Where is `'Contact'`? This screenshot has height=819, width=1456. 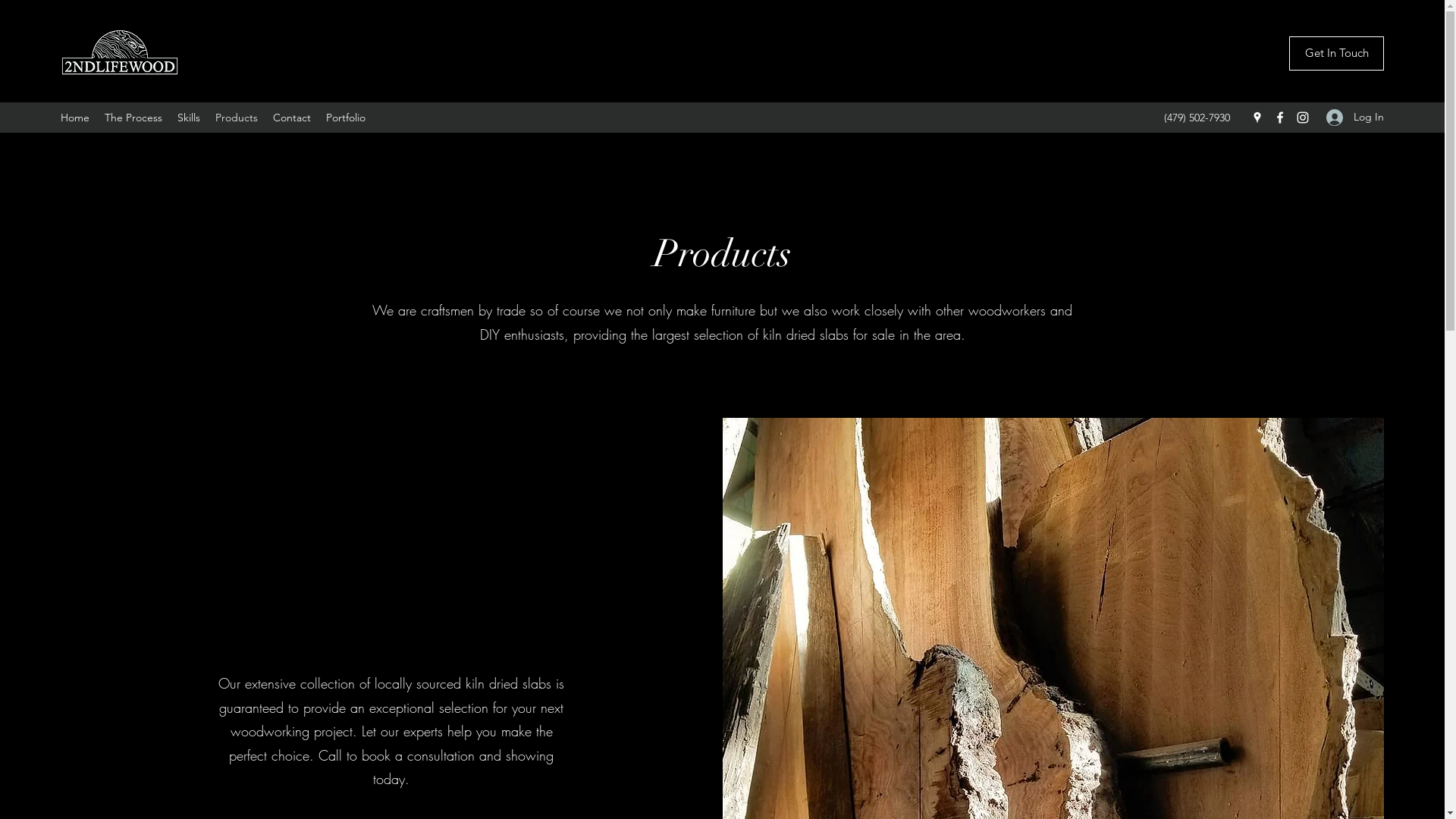 'Contact' is located at coordinates (265, 116).